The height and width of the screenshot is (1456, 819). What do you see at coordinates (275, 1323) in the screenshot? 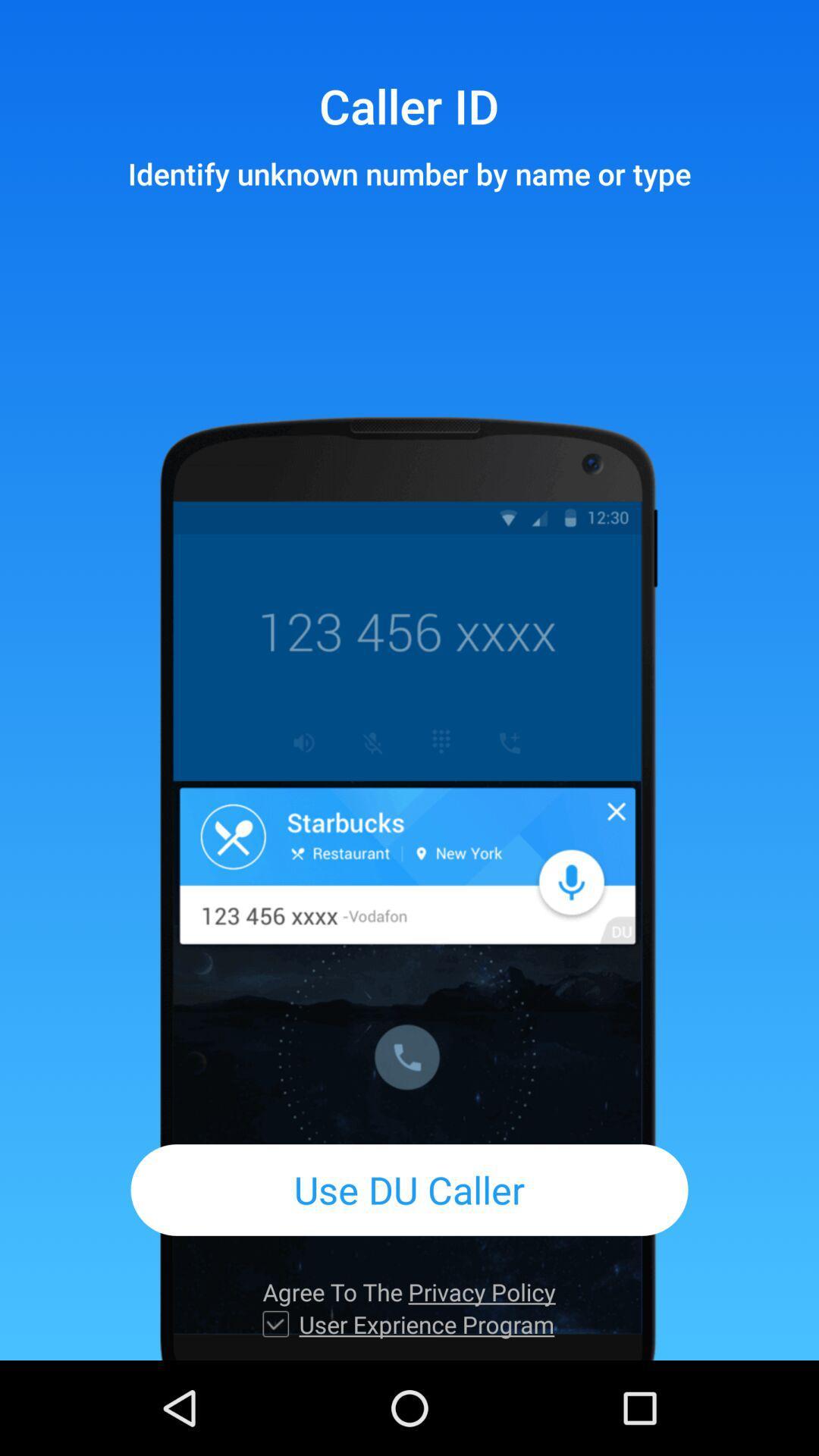
I see `the icon to the left of the user exprience program` at bounding box center [275, 1323].